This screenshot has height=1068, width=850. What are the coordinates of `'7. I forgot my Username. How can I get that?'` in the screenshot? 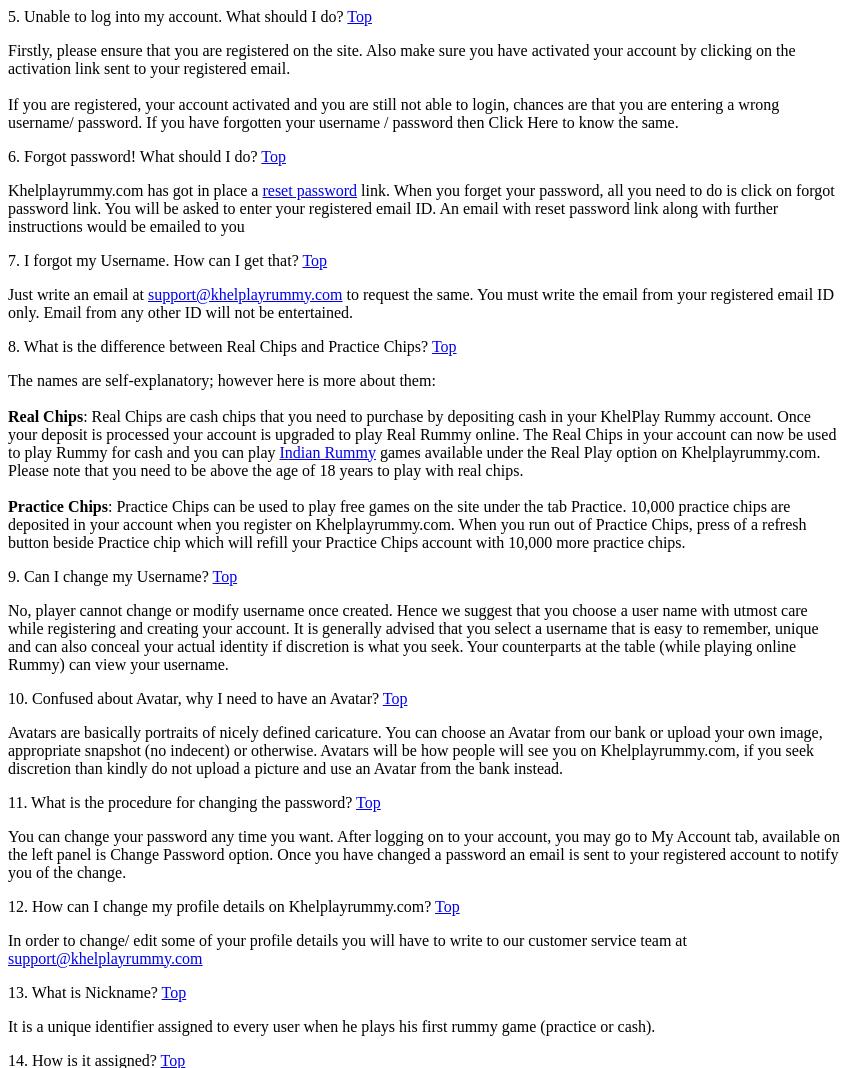 It's located at (155, 259).